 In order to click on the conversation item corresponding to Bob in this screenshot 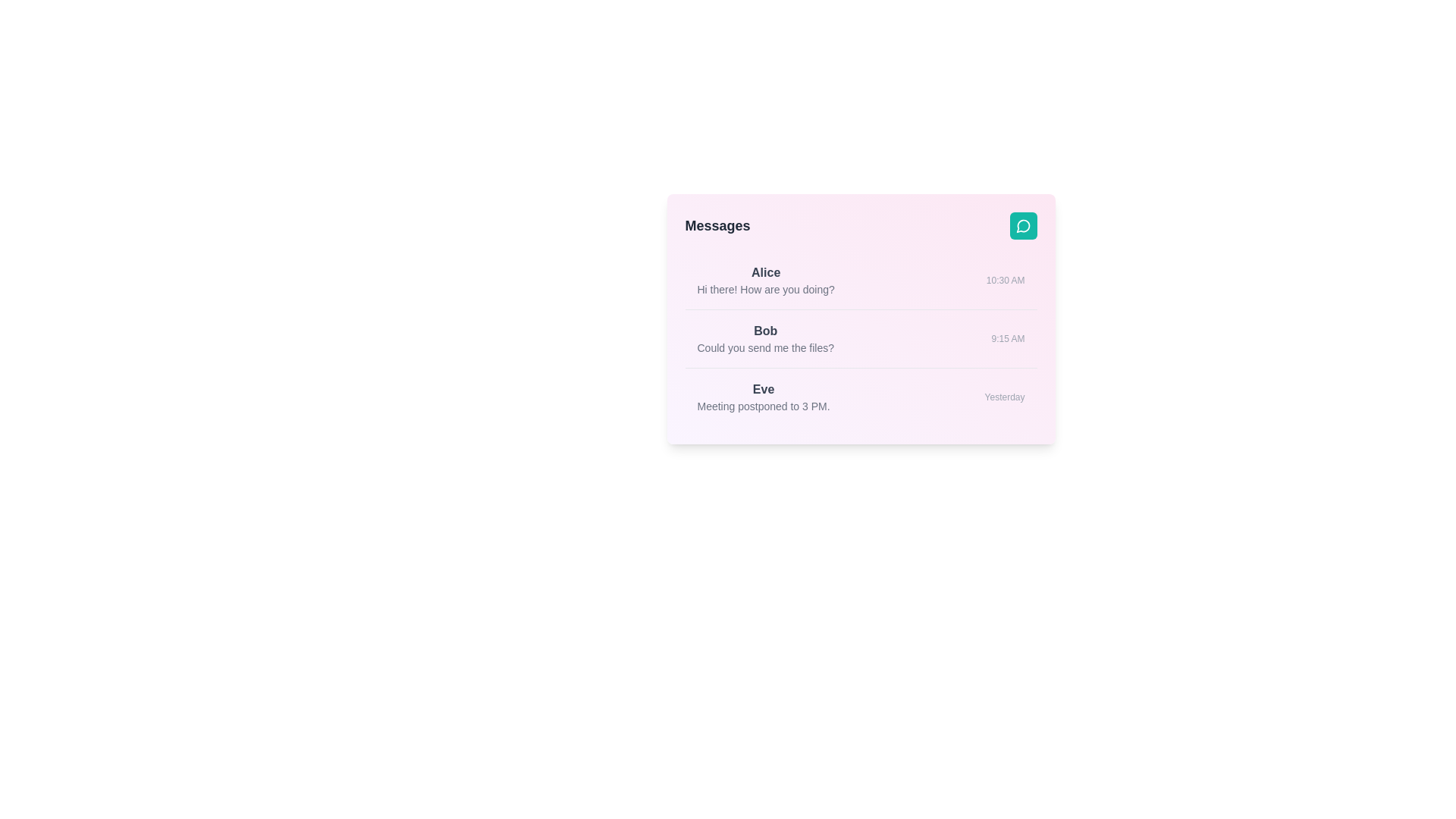, I will do `click(861, 337)`.